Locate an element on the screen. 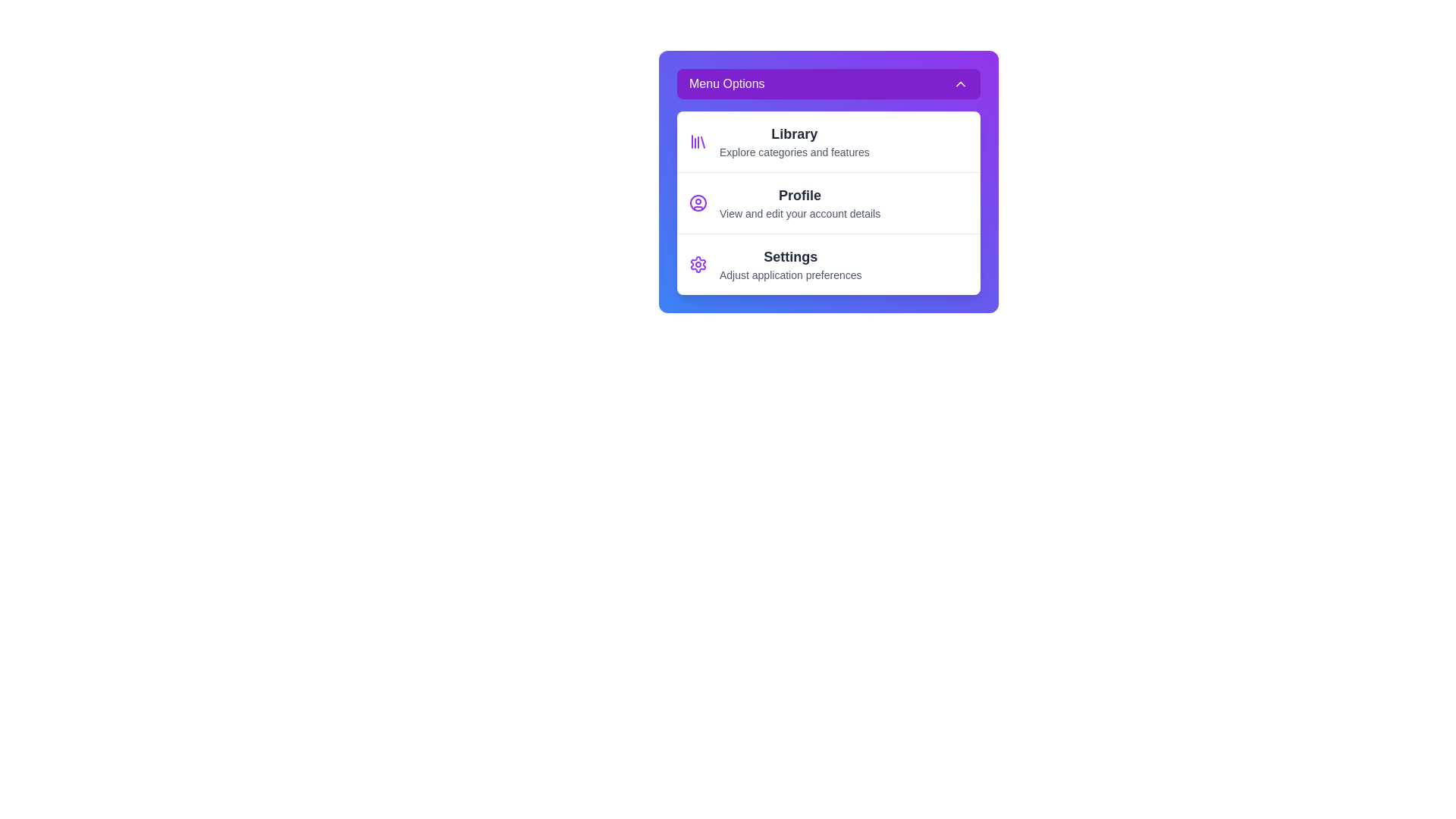  the rightmost vertical line of the purple library icon, which is the first icon in the list, located to the left of the text 'Library' is located at coordinates (701, 143).